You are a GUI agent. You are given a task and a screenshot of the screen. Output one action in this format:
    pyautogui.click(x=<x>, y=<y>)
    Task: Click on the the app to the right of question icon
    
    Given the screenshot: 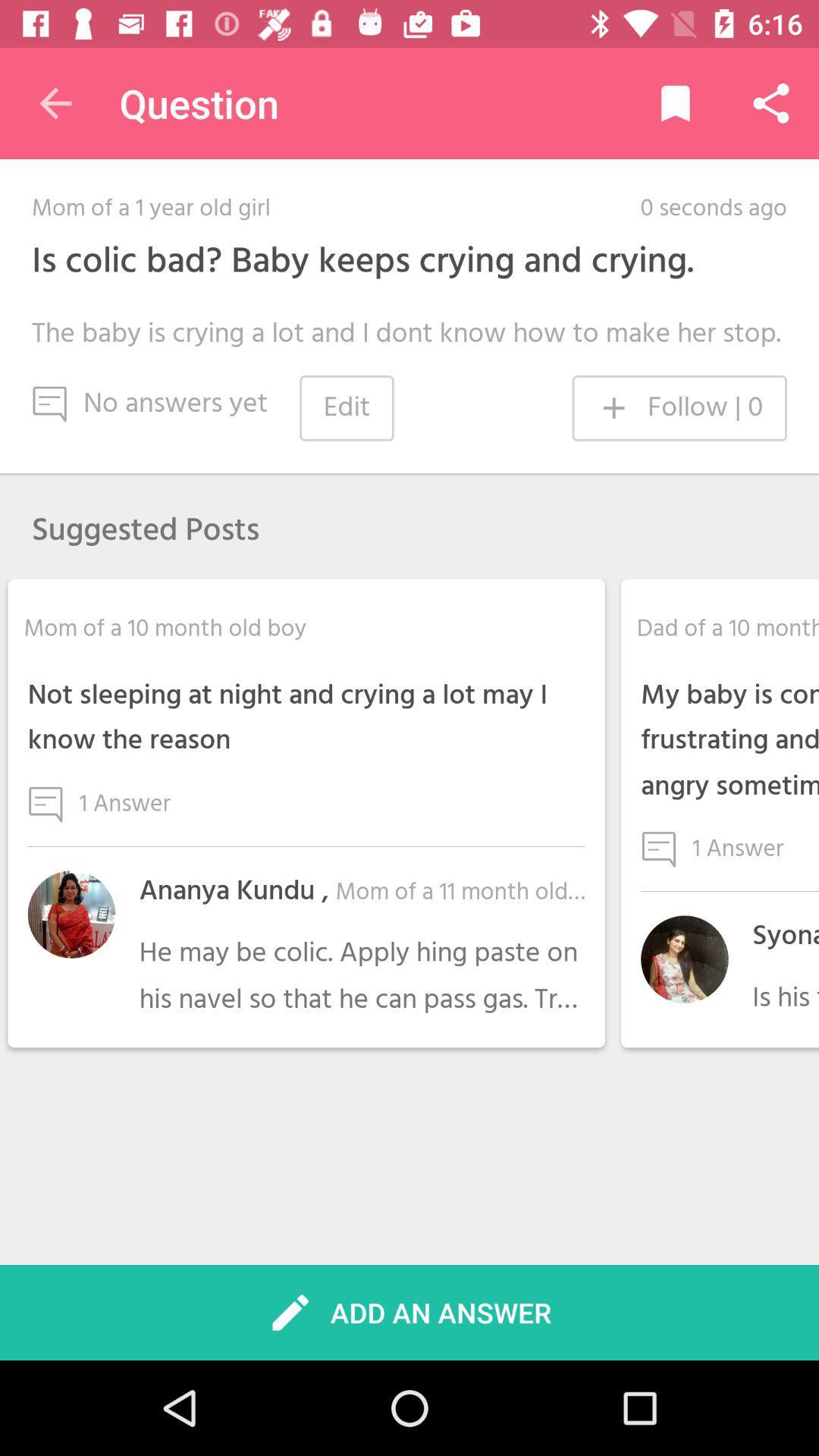 What is the action you would take?
    pyautogui.click(x=675, y=102)
    